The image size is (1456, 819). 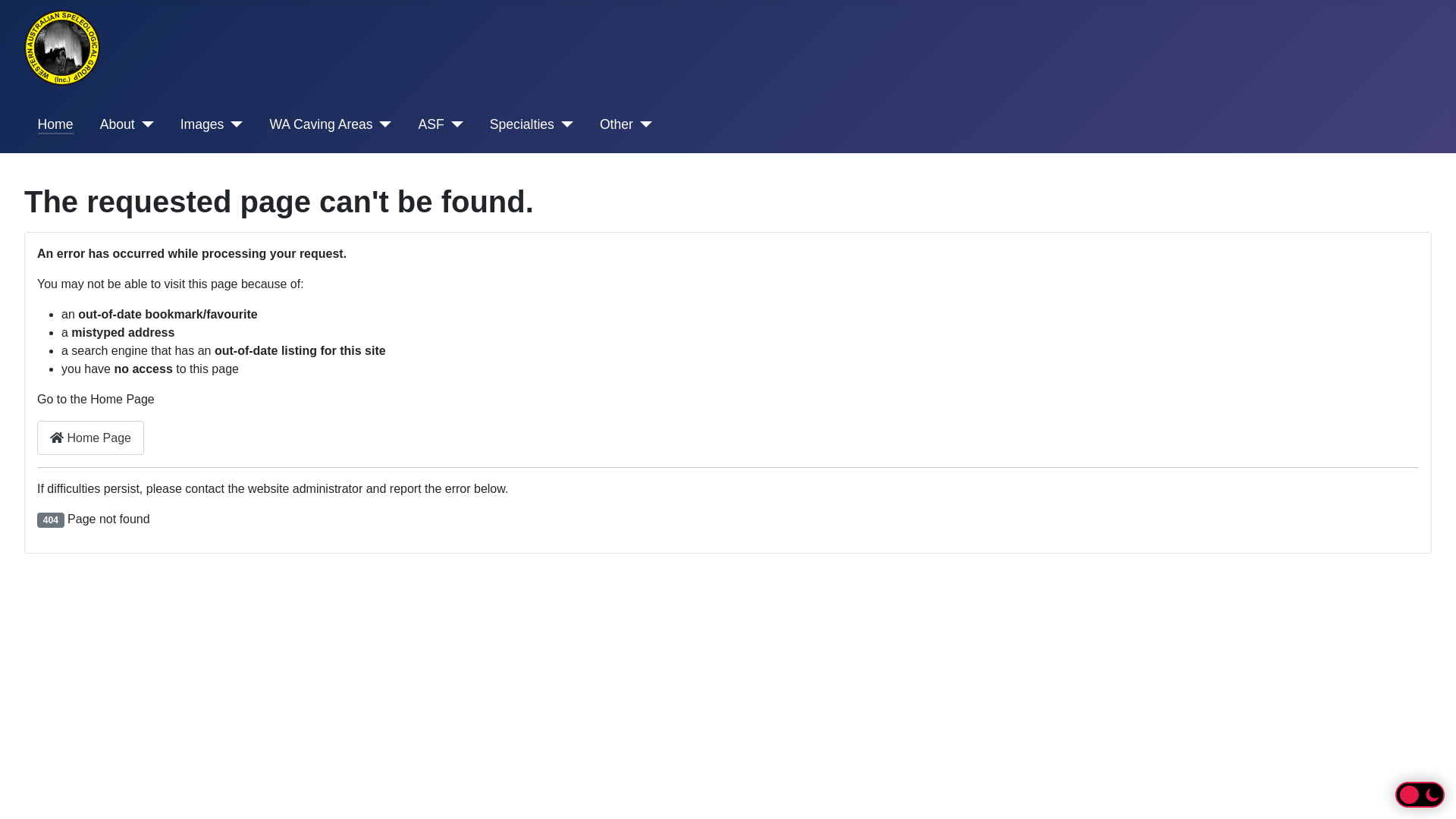 What do you see at coordinates (626, 124) in the screenshot?
I see `'Other'` at bounding box center [626, 124].